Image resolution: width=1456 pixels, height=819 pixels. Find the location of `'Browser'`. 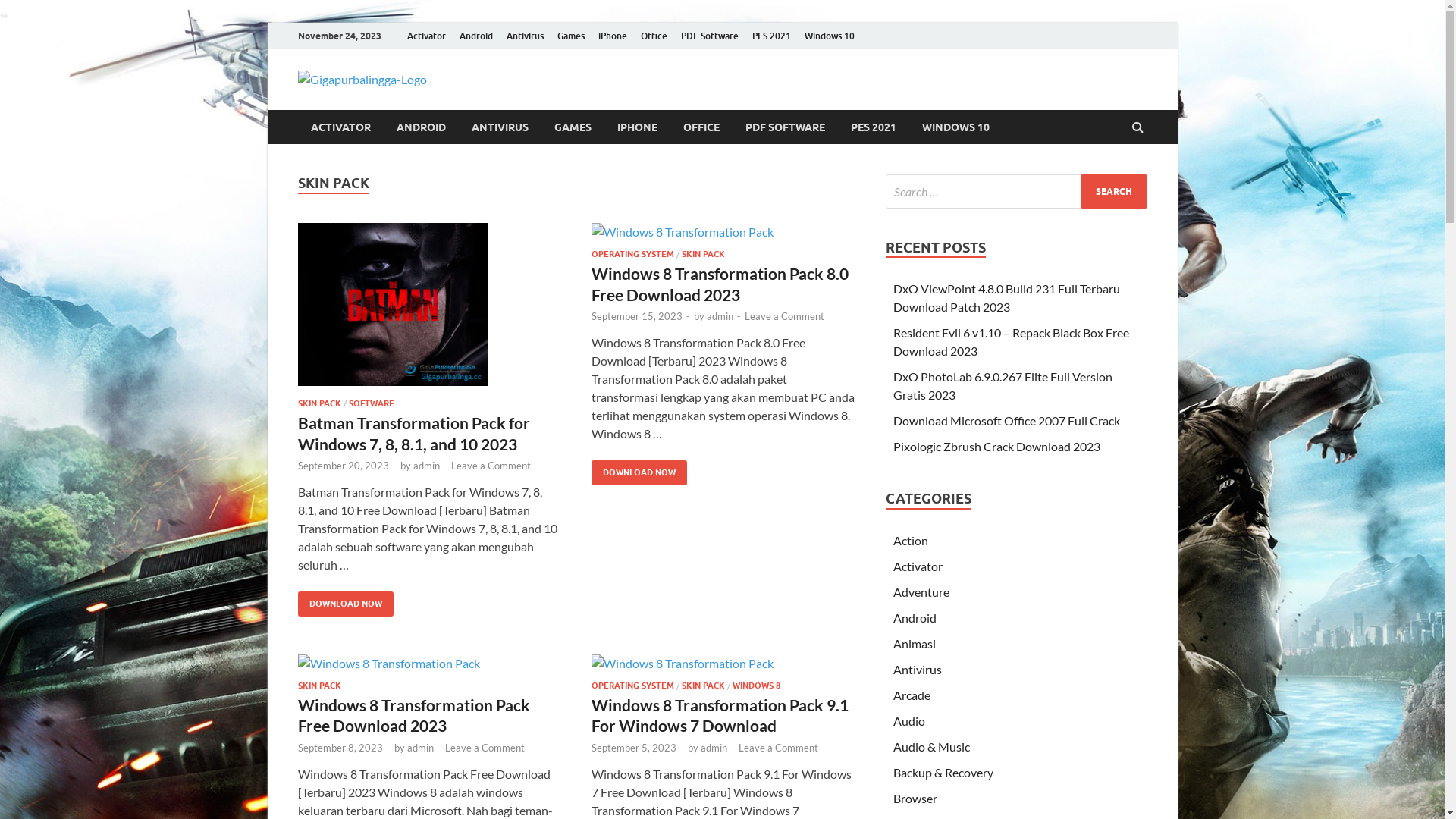

'Browser' is located at coordinates (914, 797).